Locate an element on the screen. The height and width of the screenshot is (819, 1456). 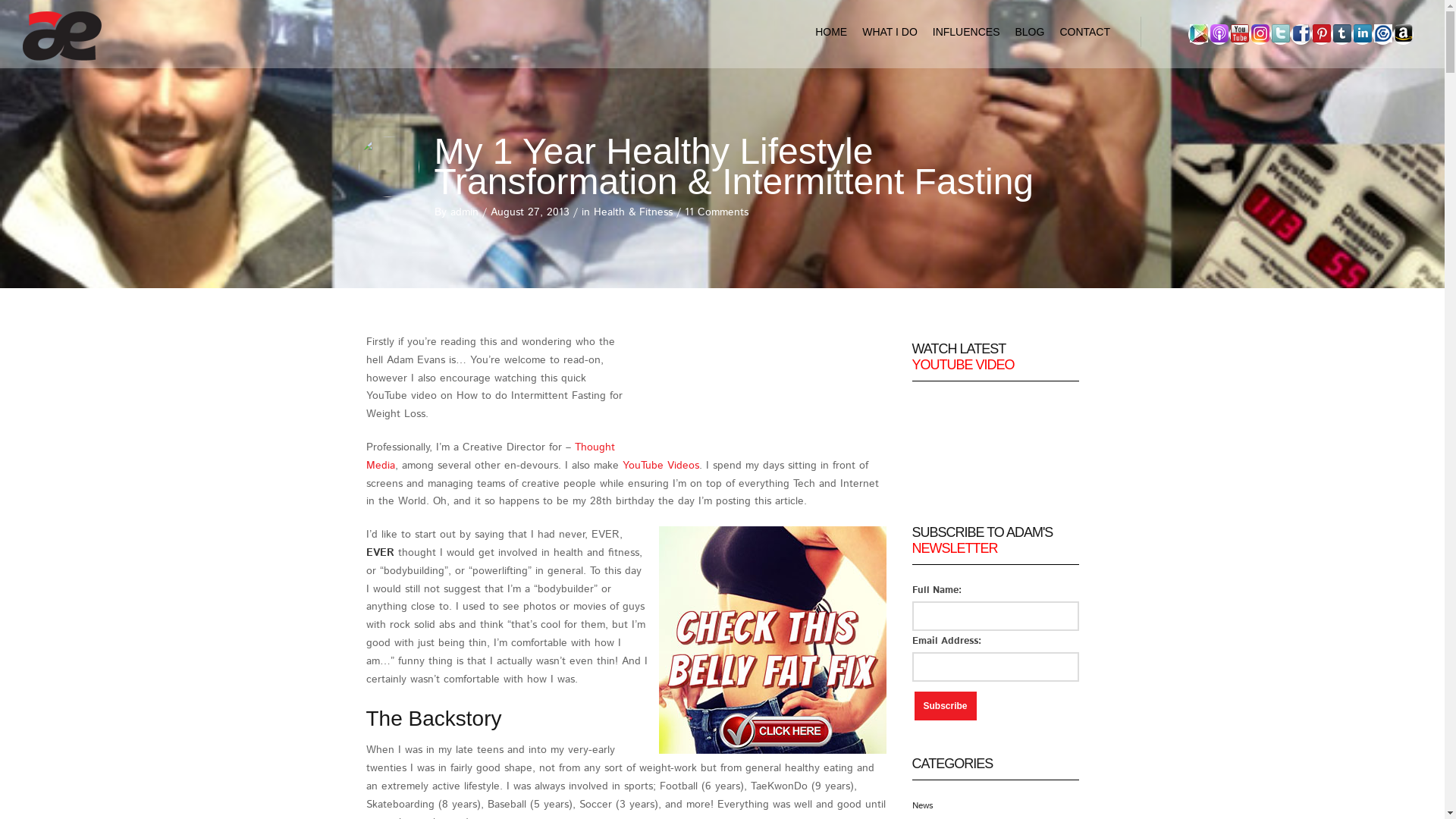
'facebook' is located at coordinates (1301, 33).